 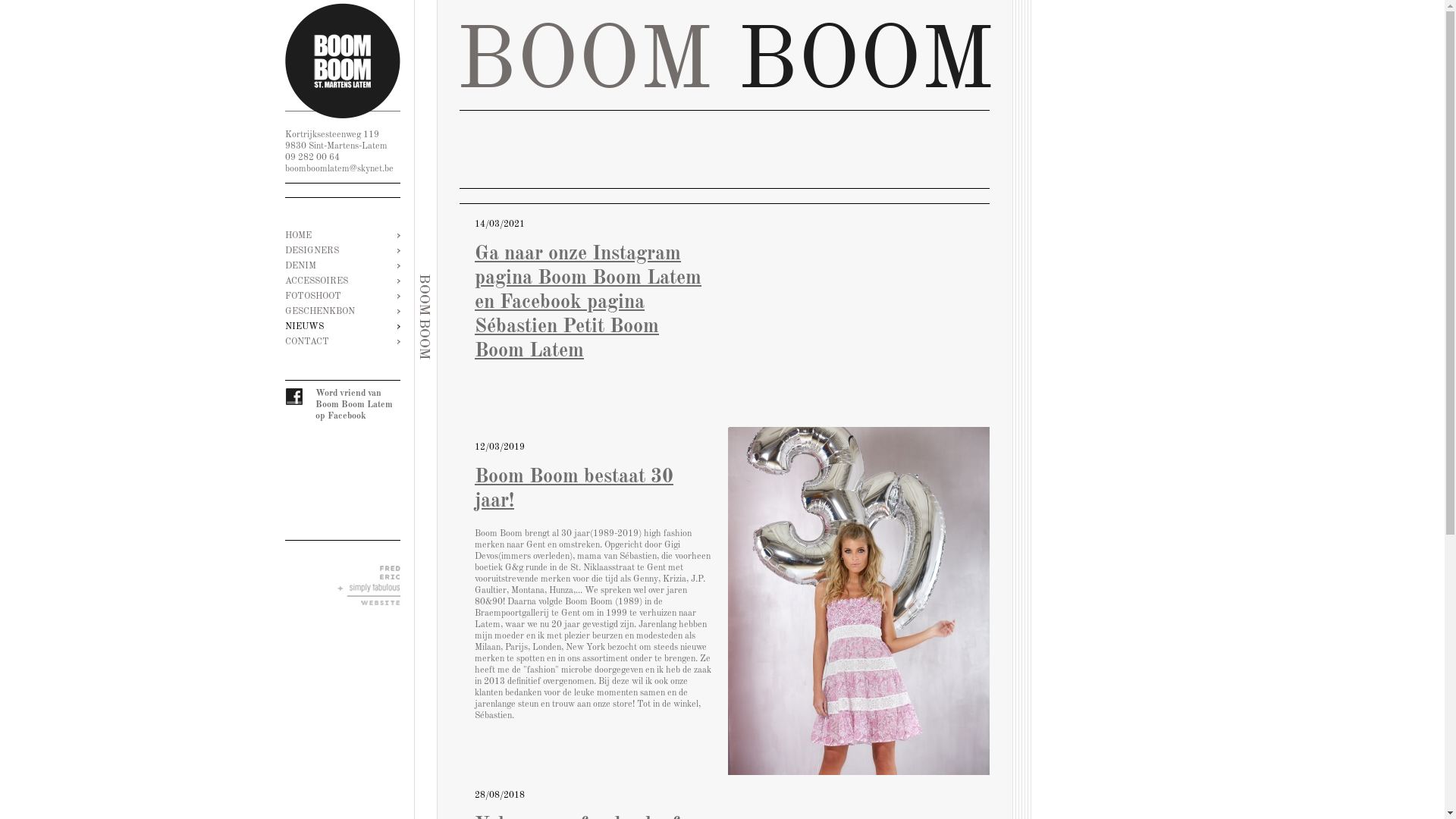 What do you see at coordinates (858, 600) in the screenshot?
I see `'Boom Boom bestaat 30 jaar!'` at bounding box center [858, 600].